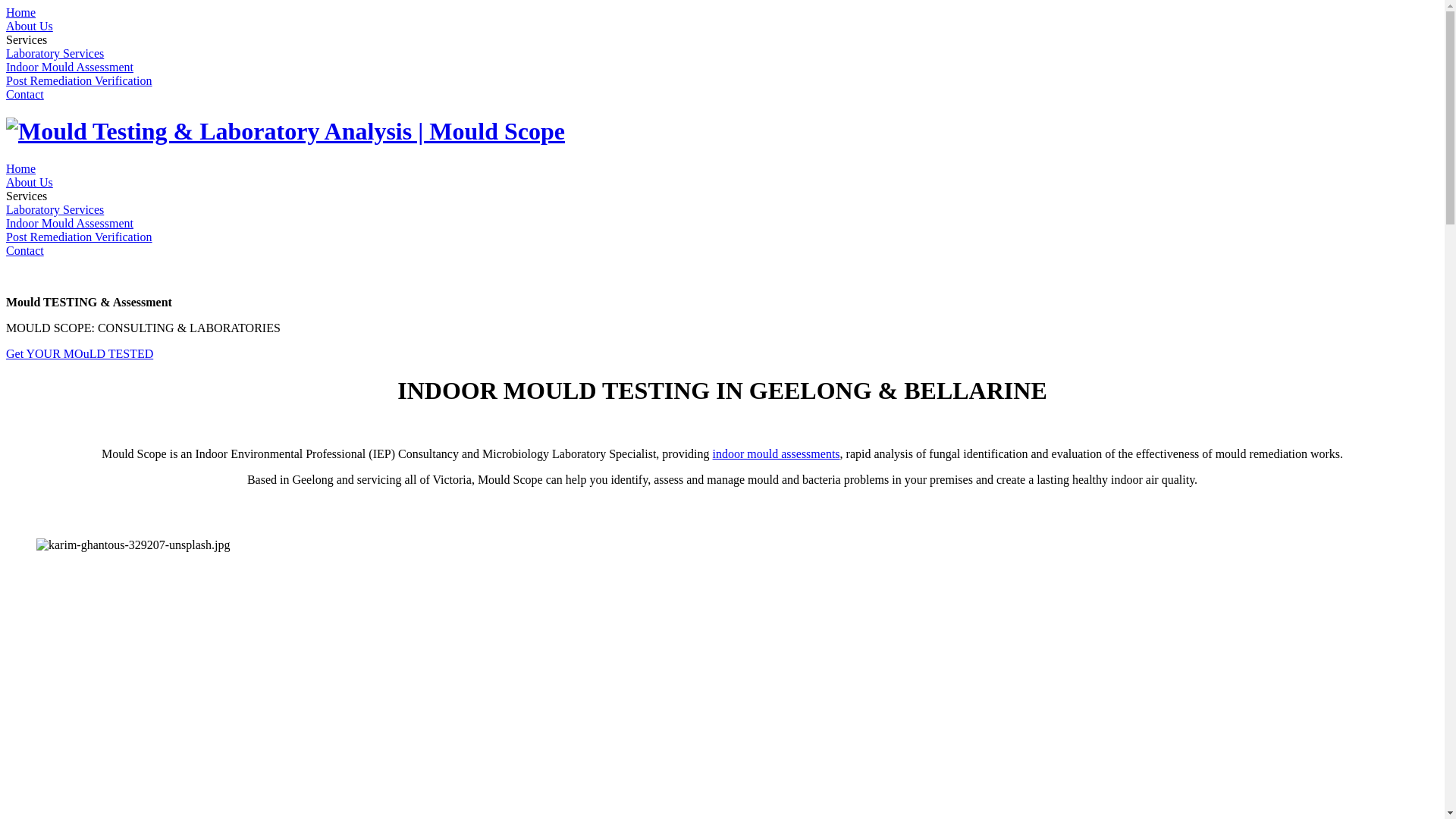 This screenshot has height=819, width=1456. What do you see at coordinates (29, 26) in the screenshot?
I see `'About Us'` at bounding box center [29, 26].